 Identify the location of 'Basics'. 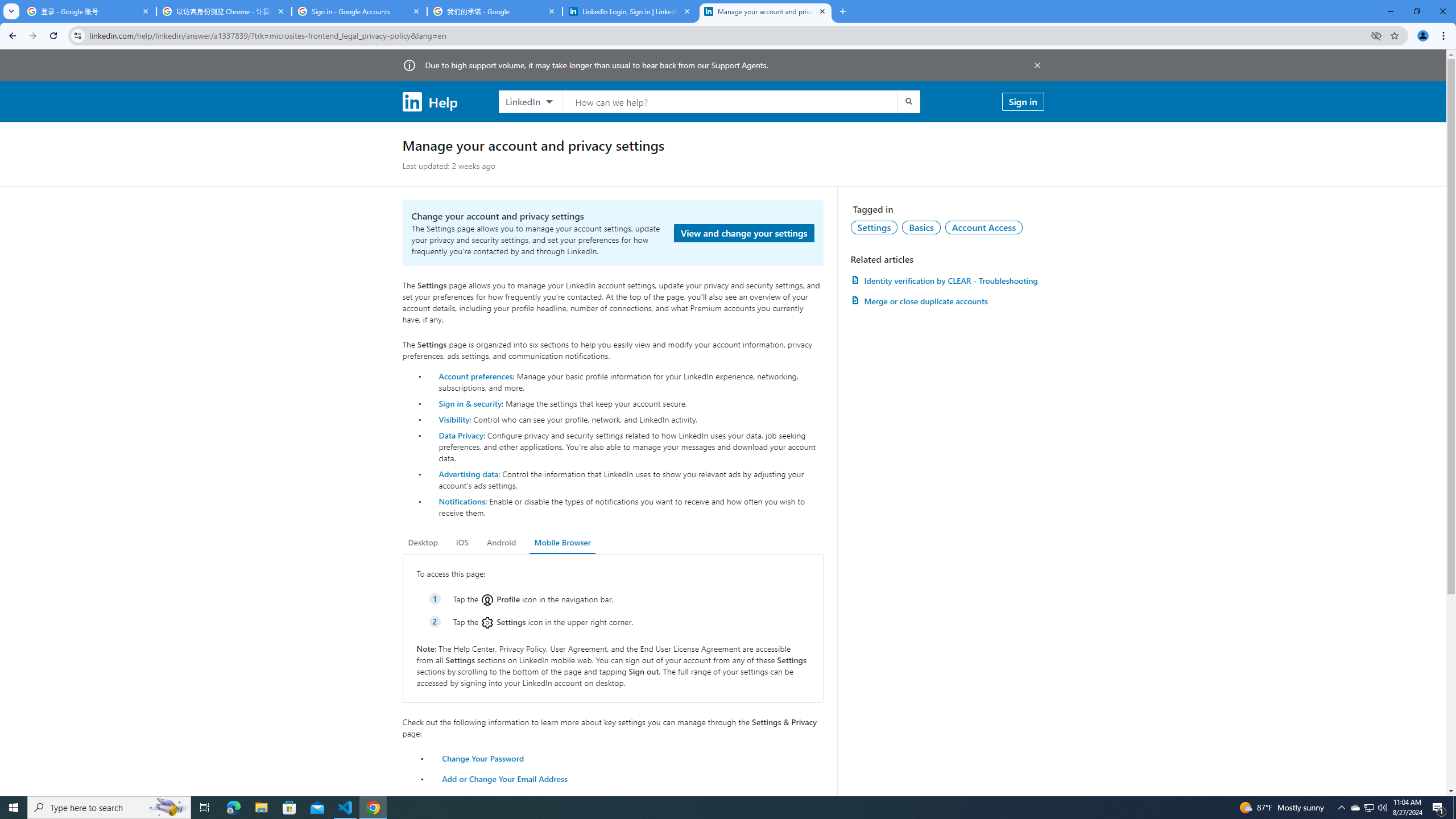
(921, 226).